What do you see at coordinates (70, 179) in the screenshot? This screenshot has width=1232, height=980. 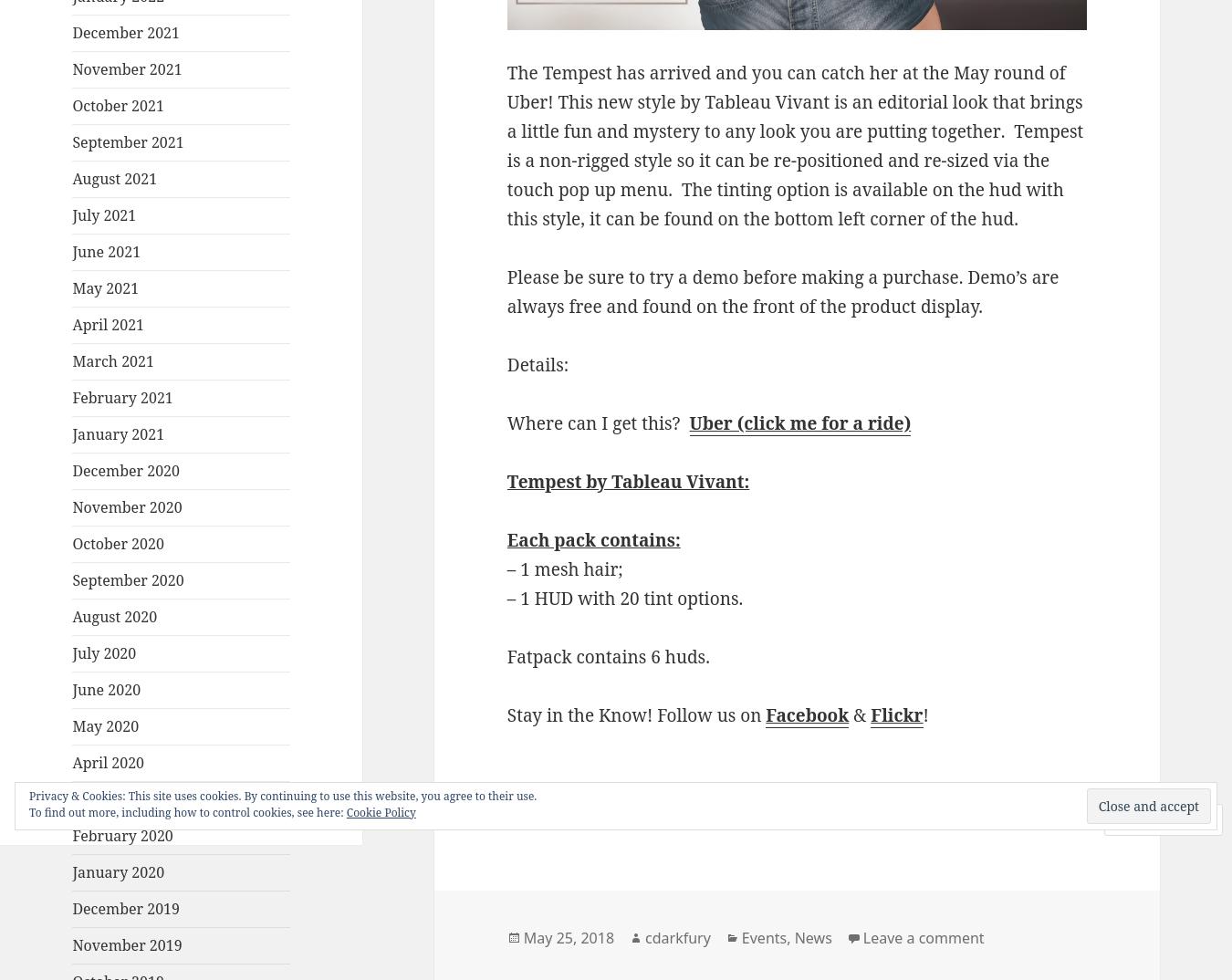 I see `'August 2021'` at bounding box center [70, 179].